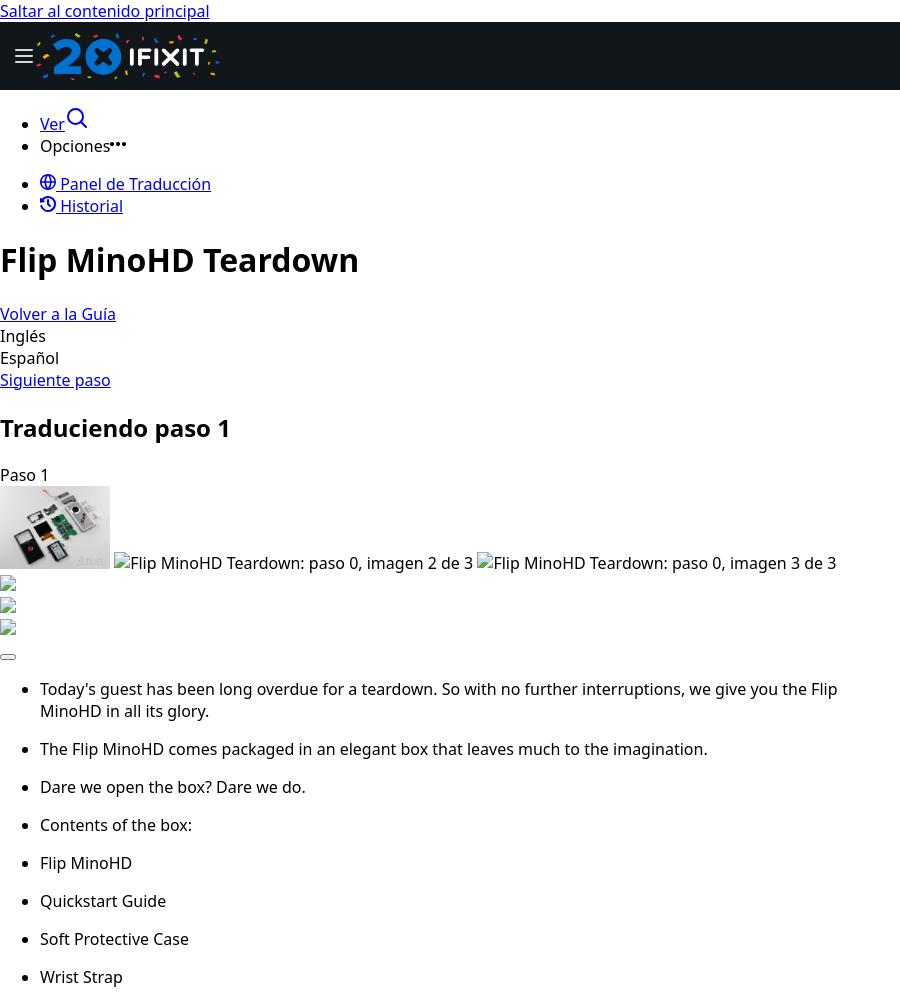 This screenshot has height=1000, width=900. Describe the element at coordinates (21, 334) in the screenshot. I see `'Inglés'` at that location.